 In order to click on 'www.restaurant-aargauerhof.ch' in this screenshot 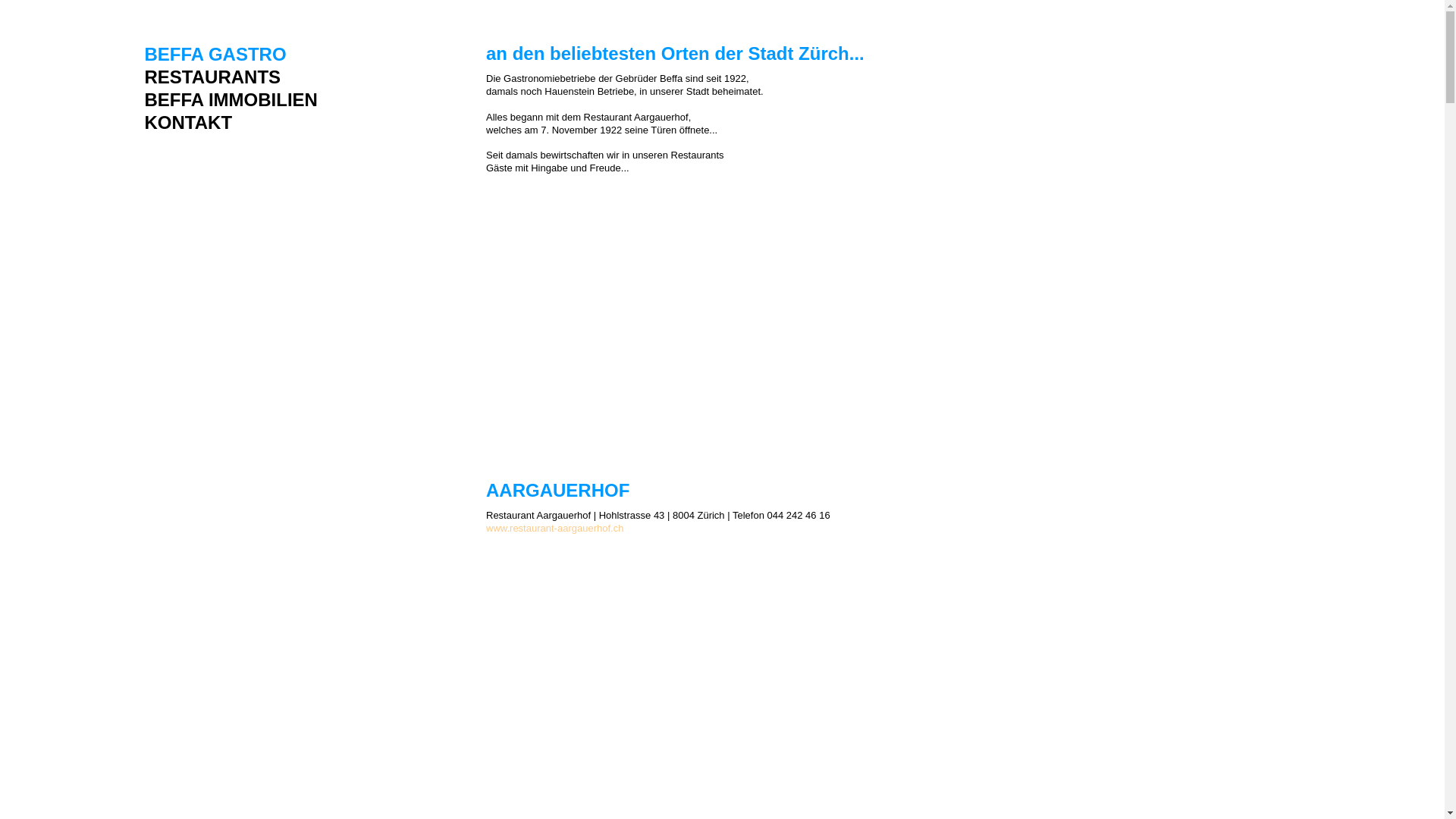, I will do `click(554, 527)`.